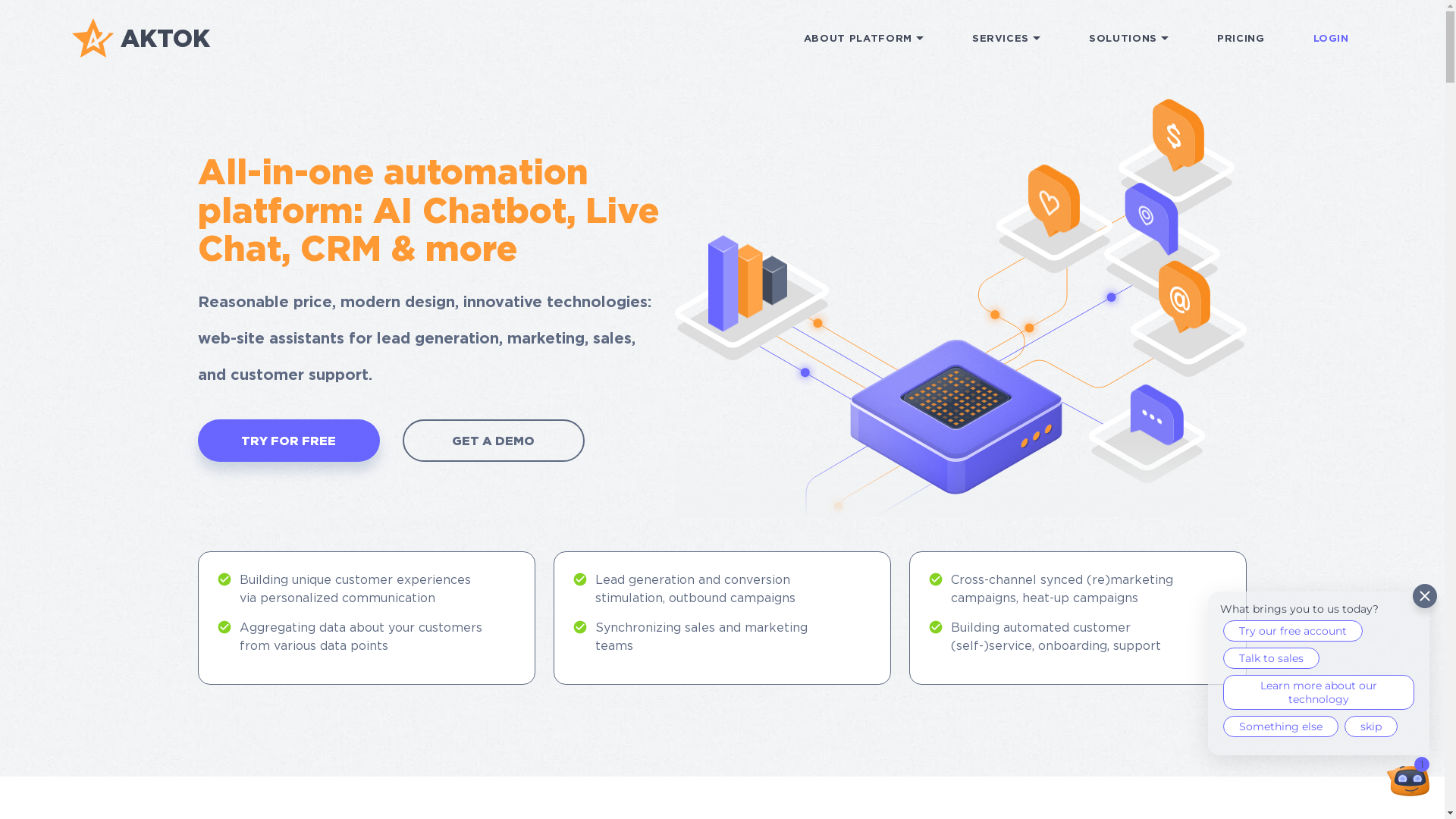  I want to click on 'SERVICES', so click(1006, 37).